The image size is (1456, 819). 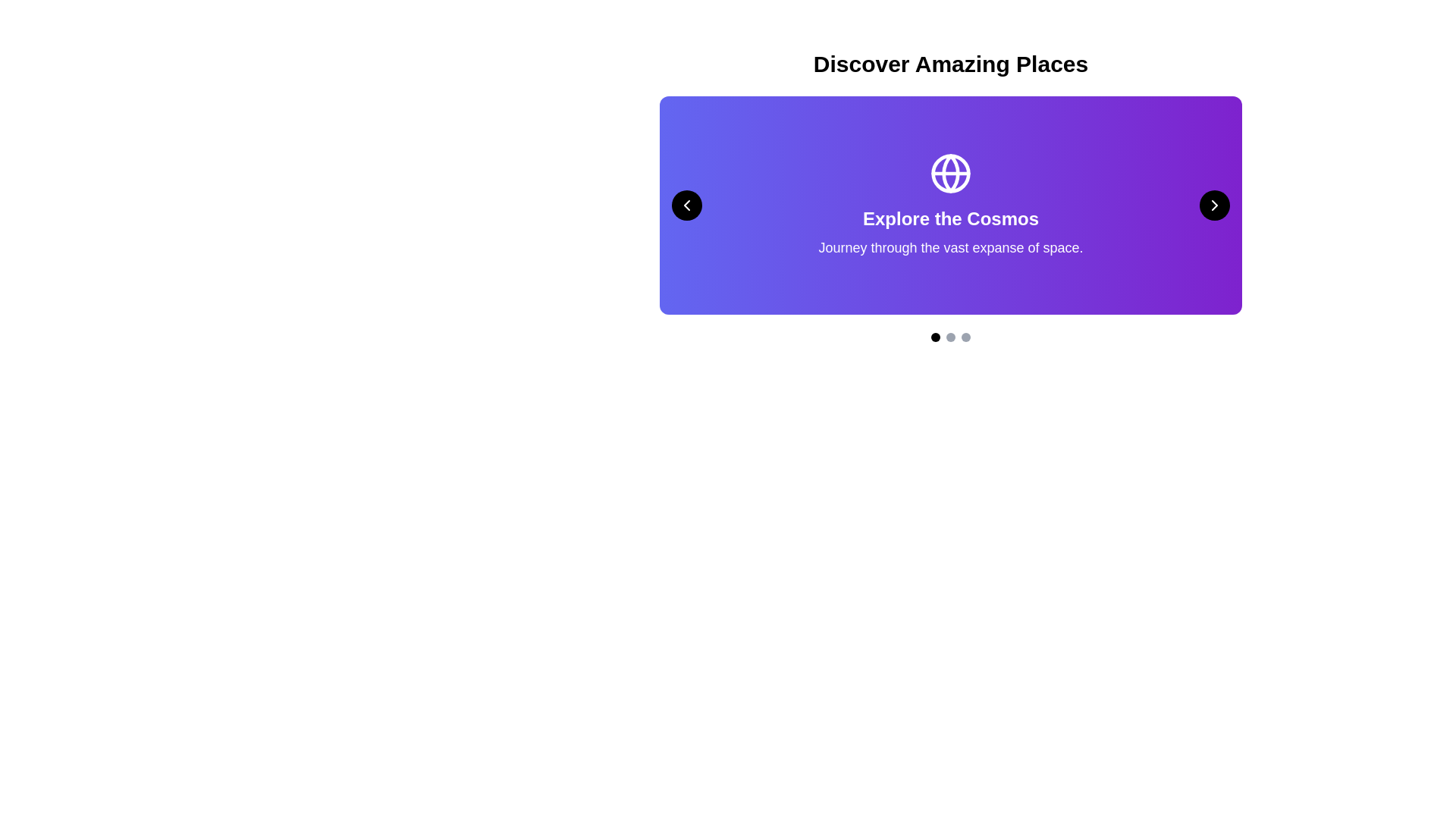 What do you see at coordinates (949, 219) in the screenshot?
I see `the text display component styled as a heading that reads 'Explore the Cosmos', centrally located beneath a globe icon` at bounding box center [949, 219].